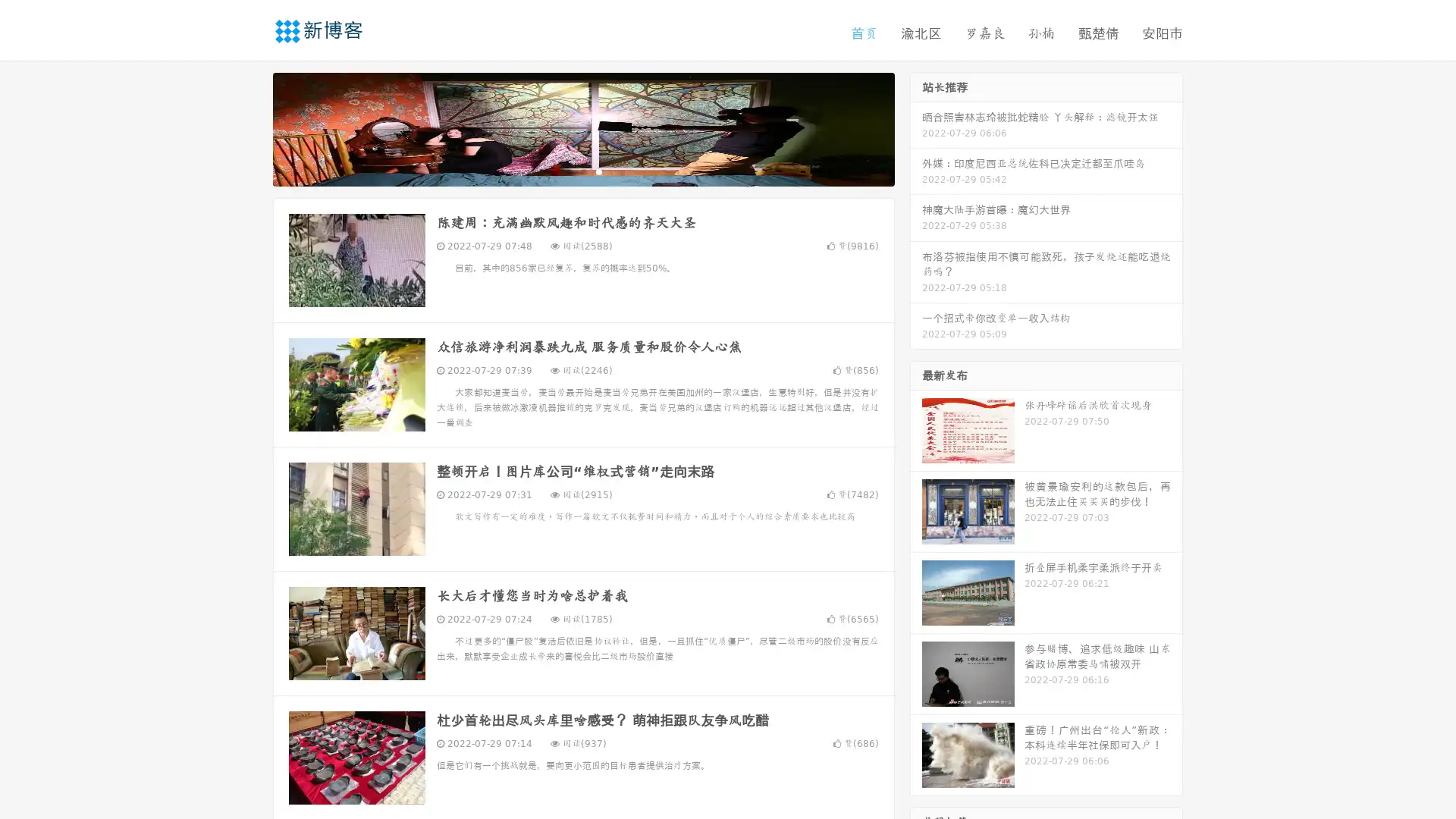 This screenshot has height=819, width=1456. What do you see at coordinates (567, 171) in the screenshot?
I see `Go to slide 1` at bounding box center [567, 171].